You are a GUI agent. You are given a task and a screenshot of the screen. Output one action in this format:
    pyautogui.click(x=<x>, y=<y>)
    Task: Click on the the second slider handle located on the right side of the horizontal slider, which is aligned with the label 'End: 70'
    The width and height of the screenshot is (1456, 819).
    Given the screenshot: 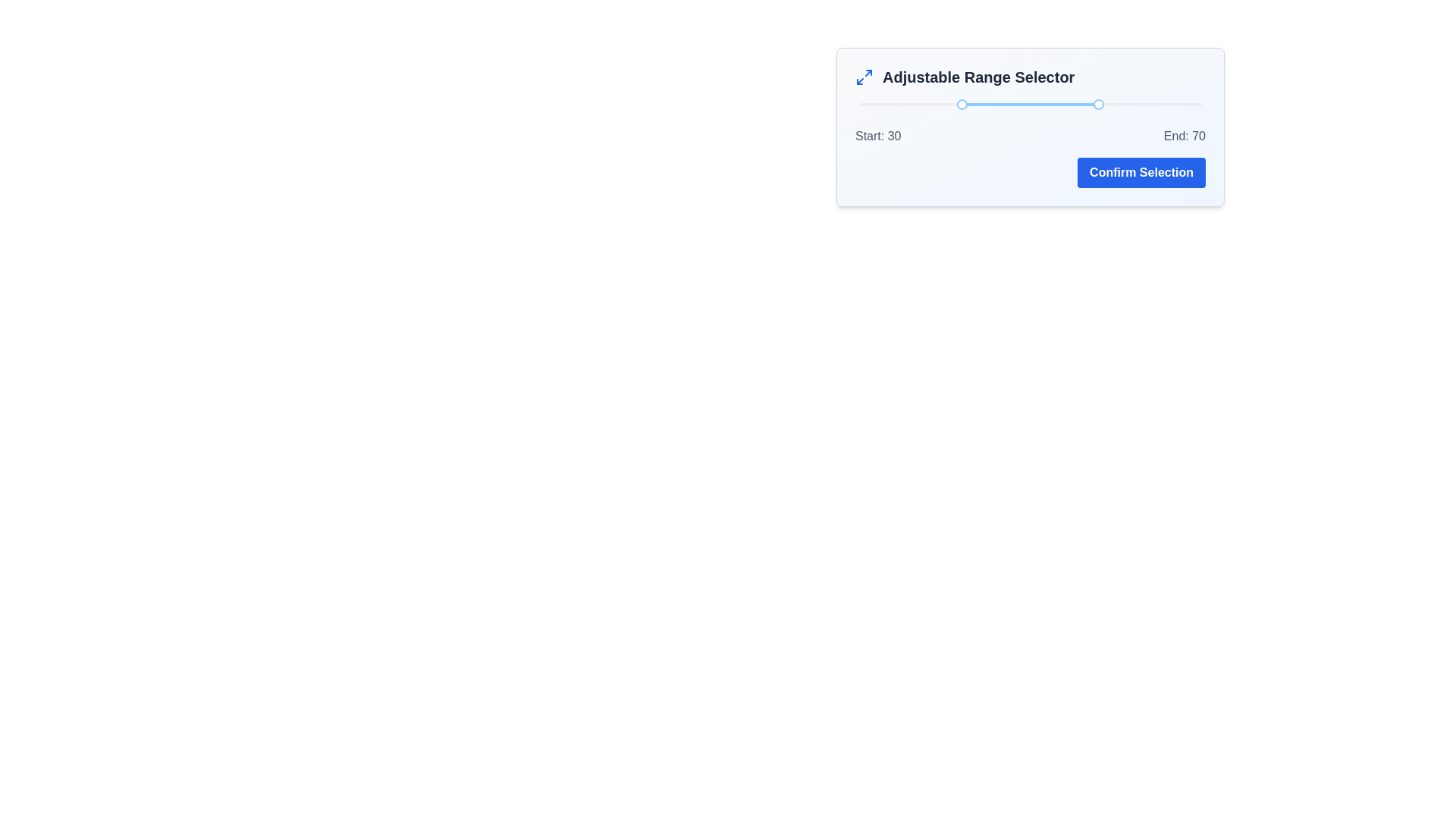 What is the action you would take?
    pyautogui.click(x=1099, y=104)
    